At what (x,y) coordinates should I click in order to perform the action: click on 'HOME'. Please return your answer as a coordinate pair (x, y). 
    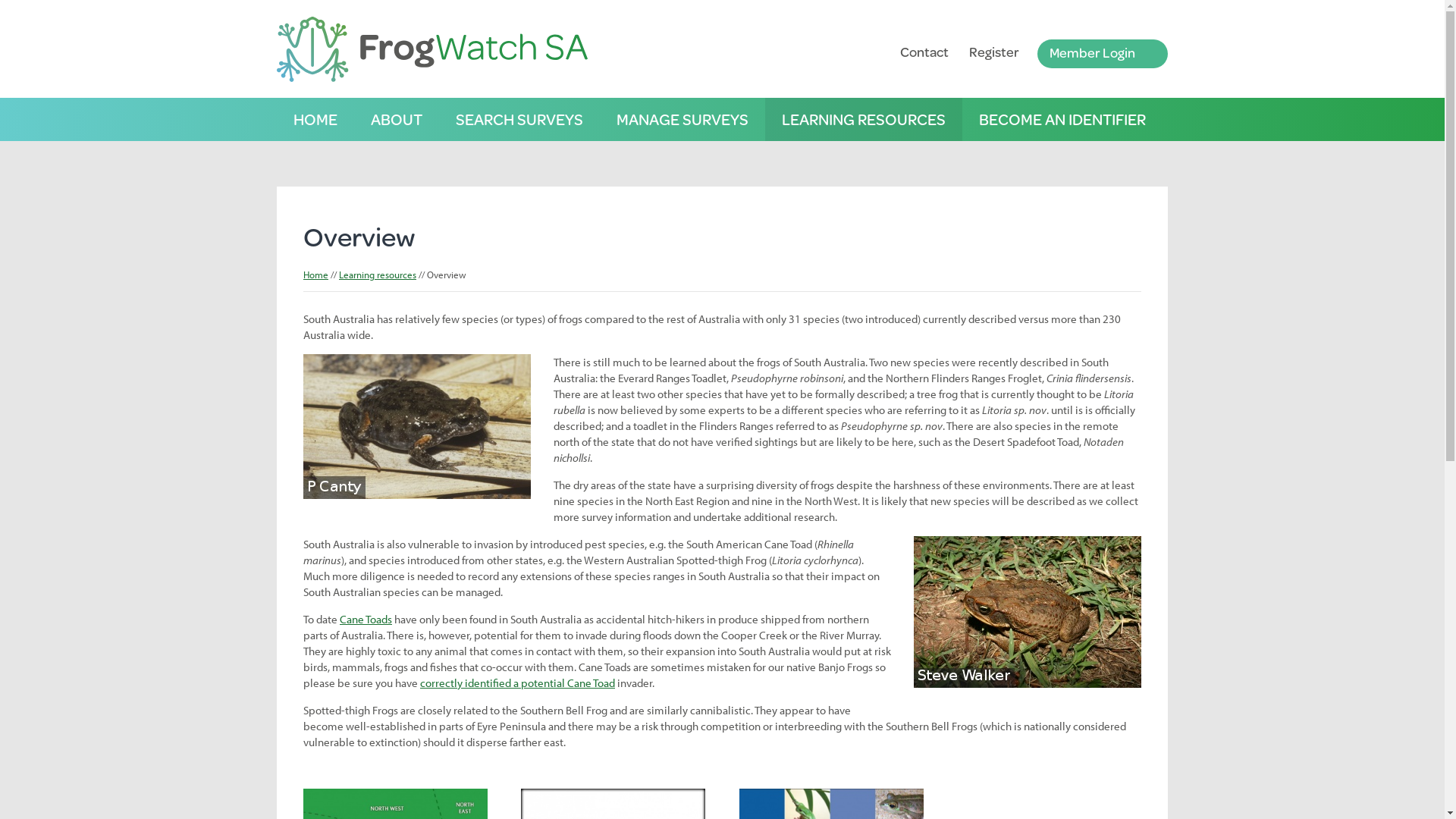
    Looking at the image, I should click on (315, 118).